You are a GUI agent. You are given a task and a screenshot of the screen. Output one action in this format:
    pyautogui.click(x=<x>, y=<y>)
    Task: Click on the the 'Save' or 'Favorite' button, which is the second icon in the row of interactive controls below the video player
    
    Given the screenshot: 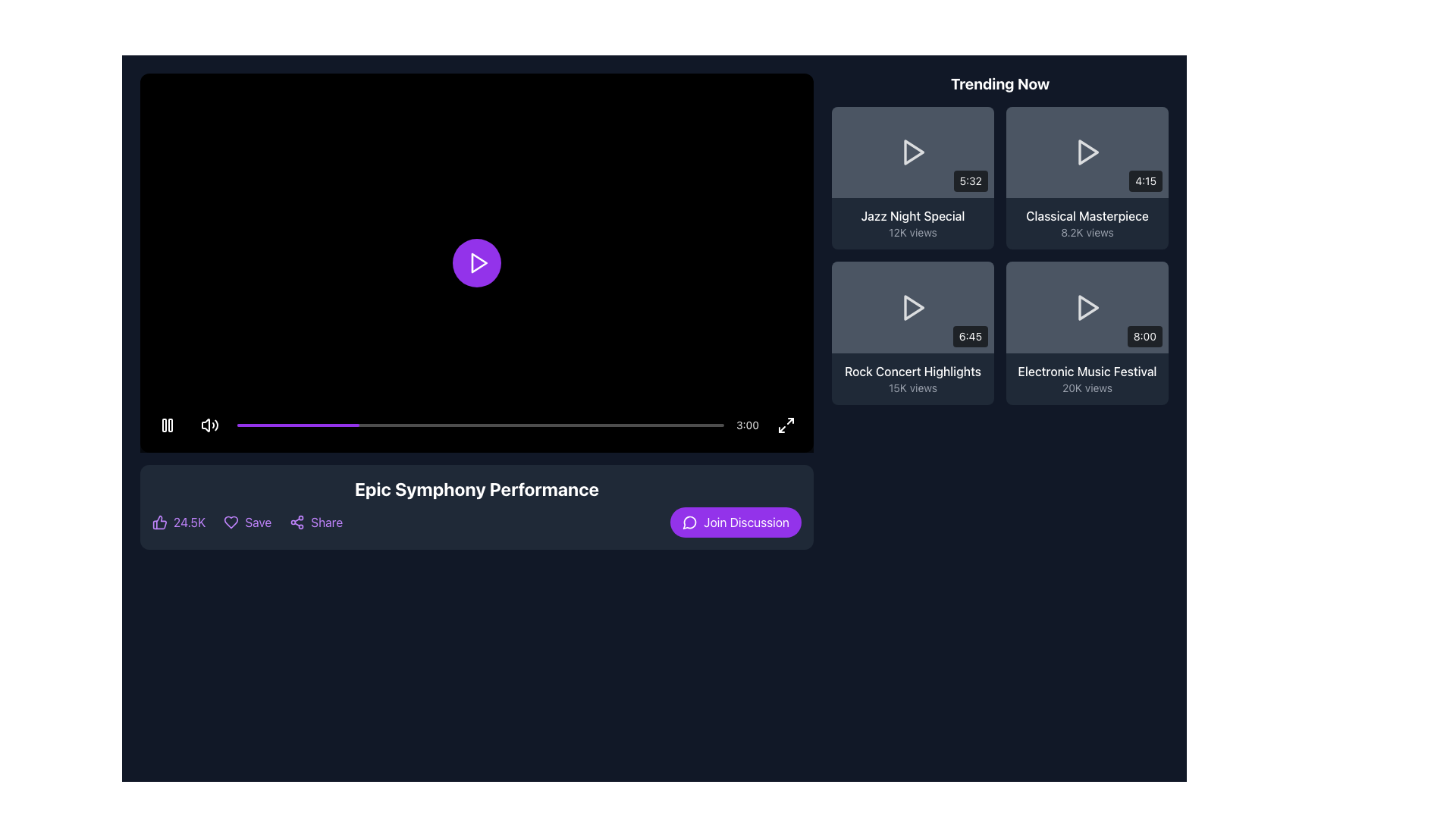 What is the action you would take?
    pyautogui.click(x=231, y=521)
    